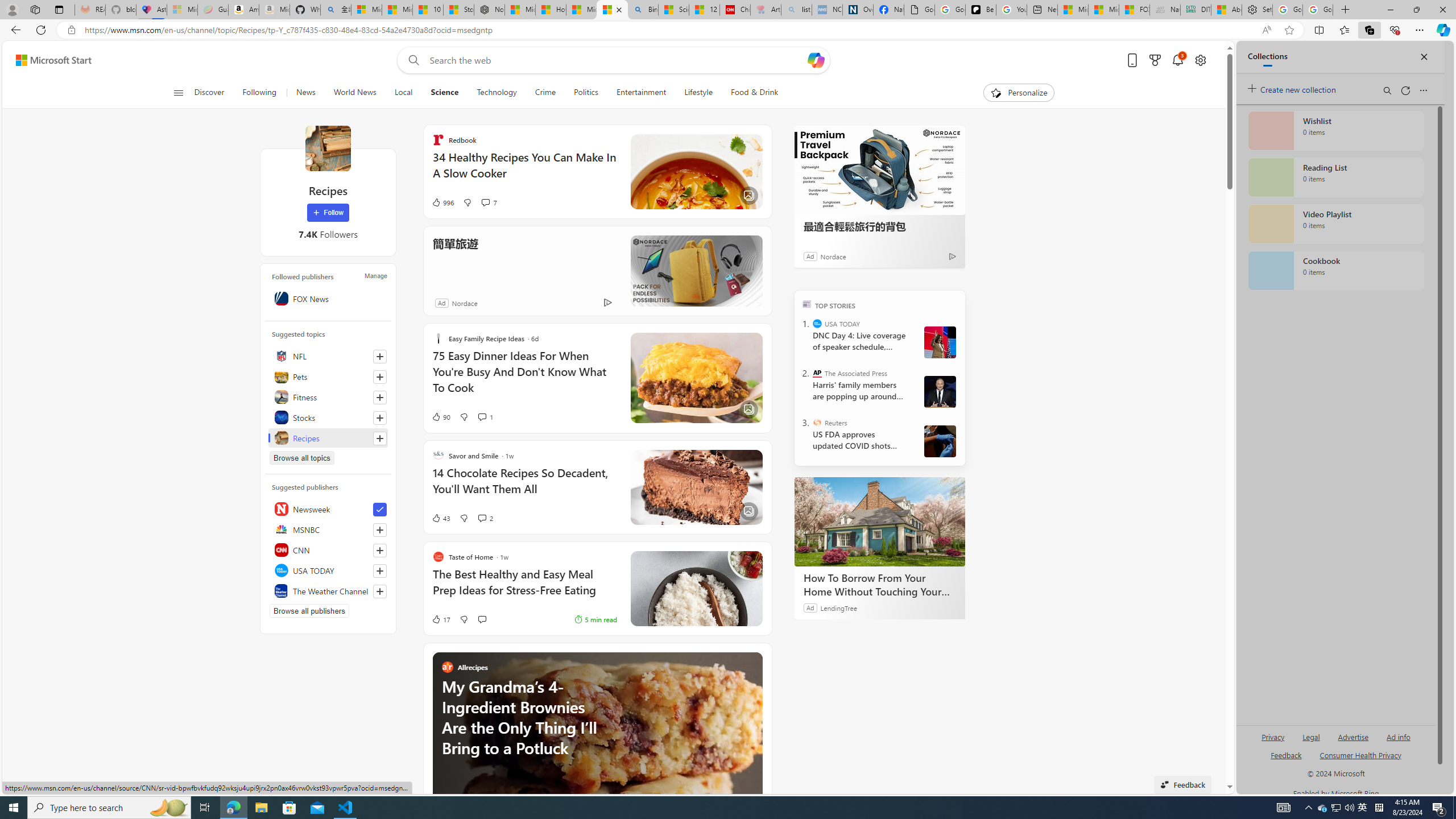 This screenshot has height=819, width=1456. What do you see at coordinates (327, 529) in the screenshot?
I see `'MSNBC'` at bounding box center [327, 529].